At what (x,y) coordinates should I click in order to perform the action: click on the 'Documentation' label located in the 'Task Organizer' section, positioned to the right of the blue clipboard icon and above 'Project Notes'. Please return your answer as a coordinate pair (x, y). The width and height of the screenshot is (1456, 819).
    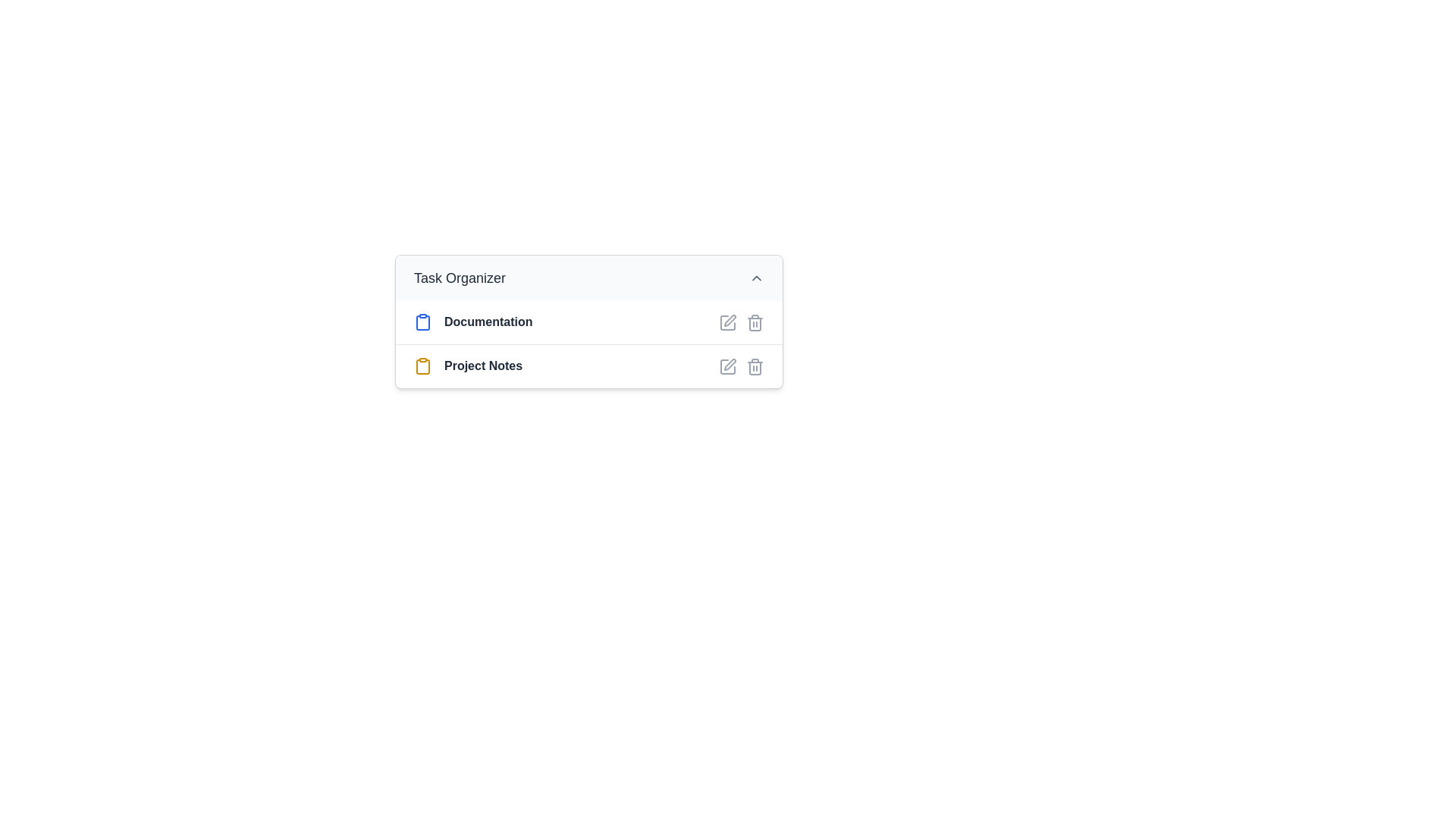
    Looking at the image, I should click on (488, 322).